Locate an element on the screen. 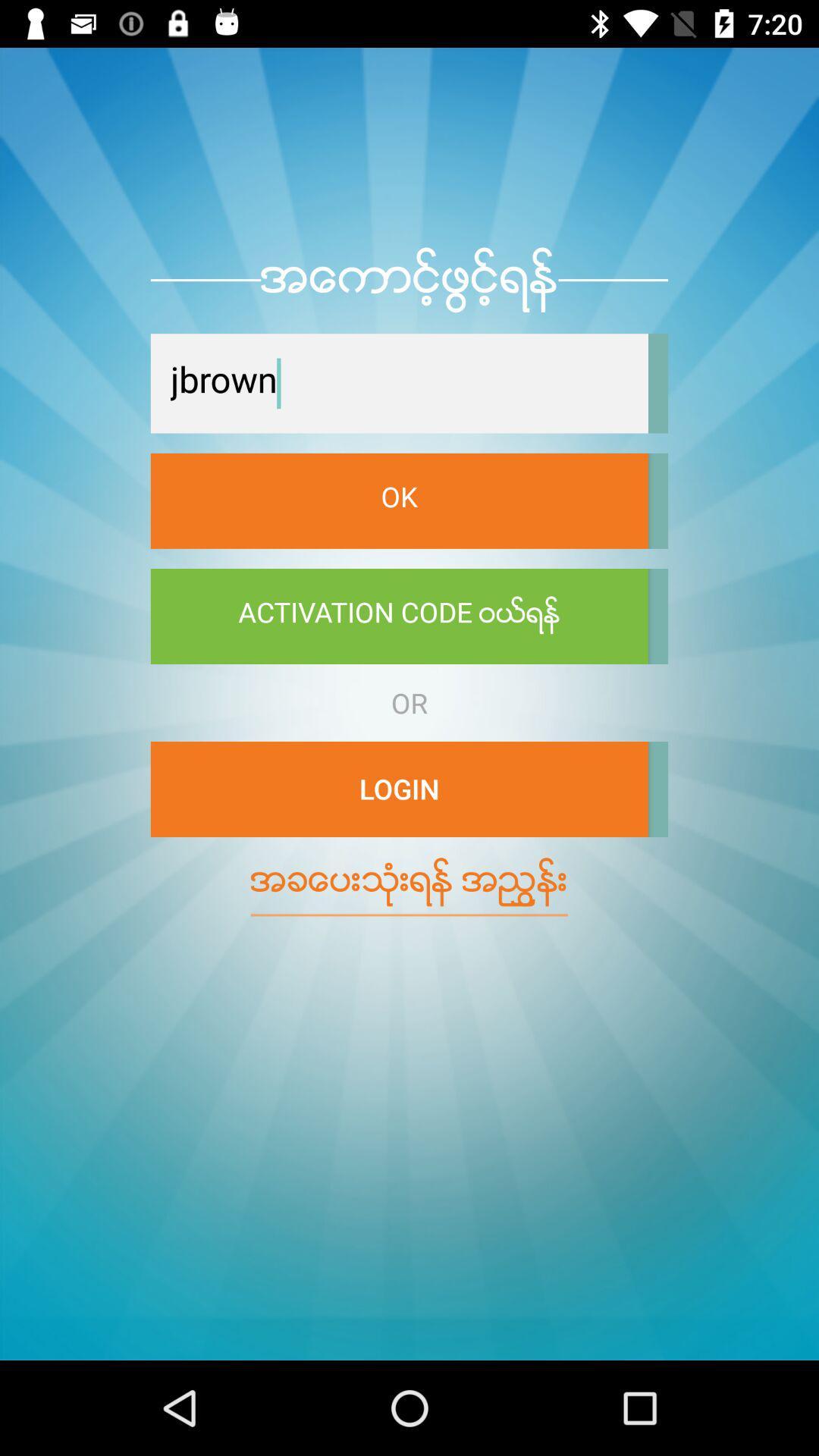  login item is located at coordinates (398, 789).